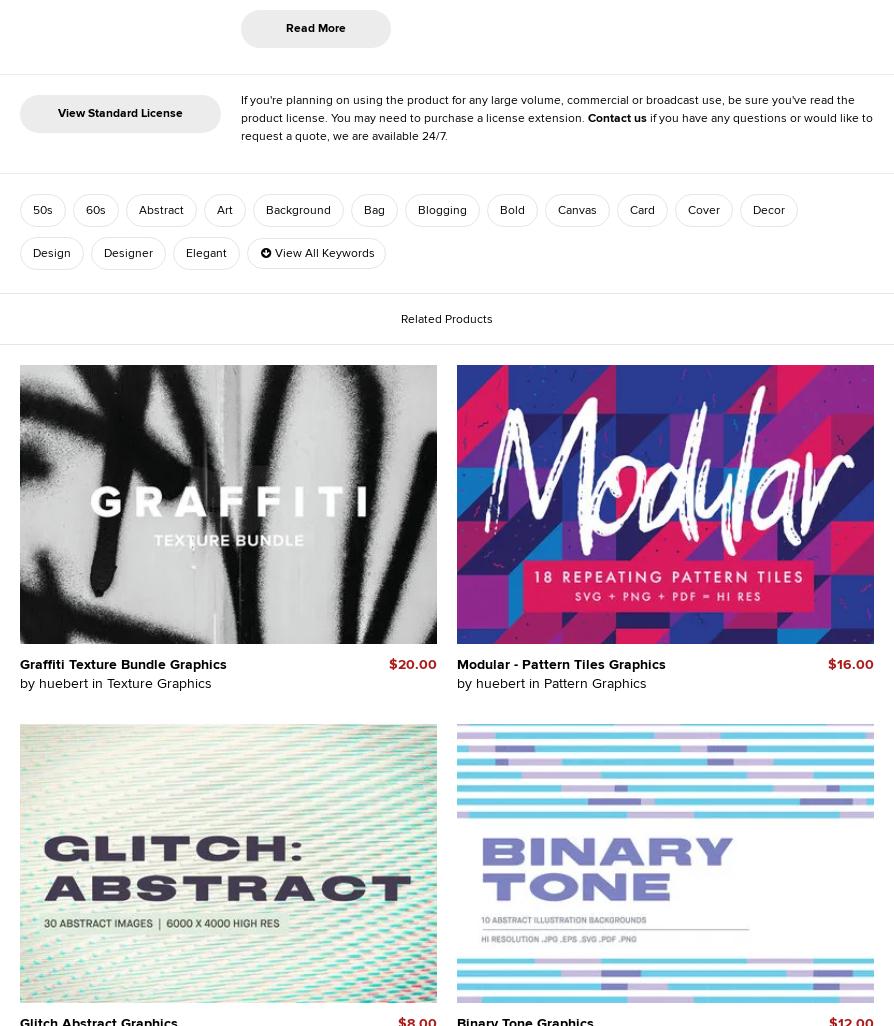 The image size is (894, 1026). Describe the element at coordinates (361, 156) in the screenshot. I see `'2703'` at that location.